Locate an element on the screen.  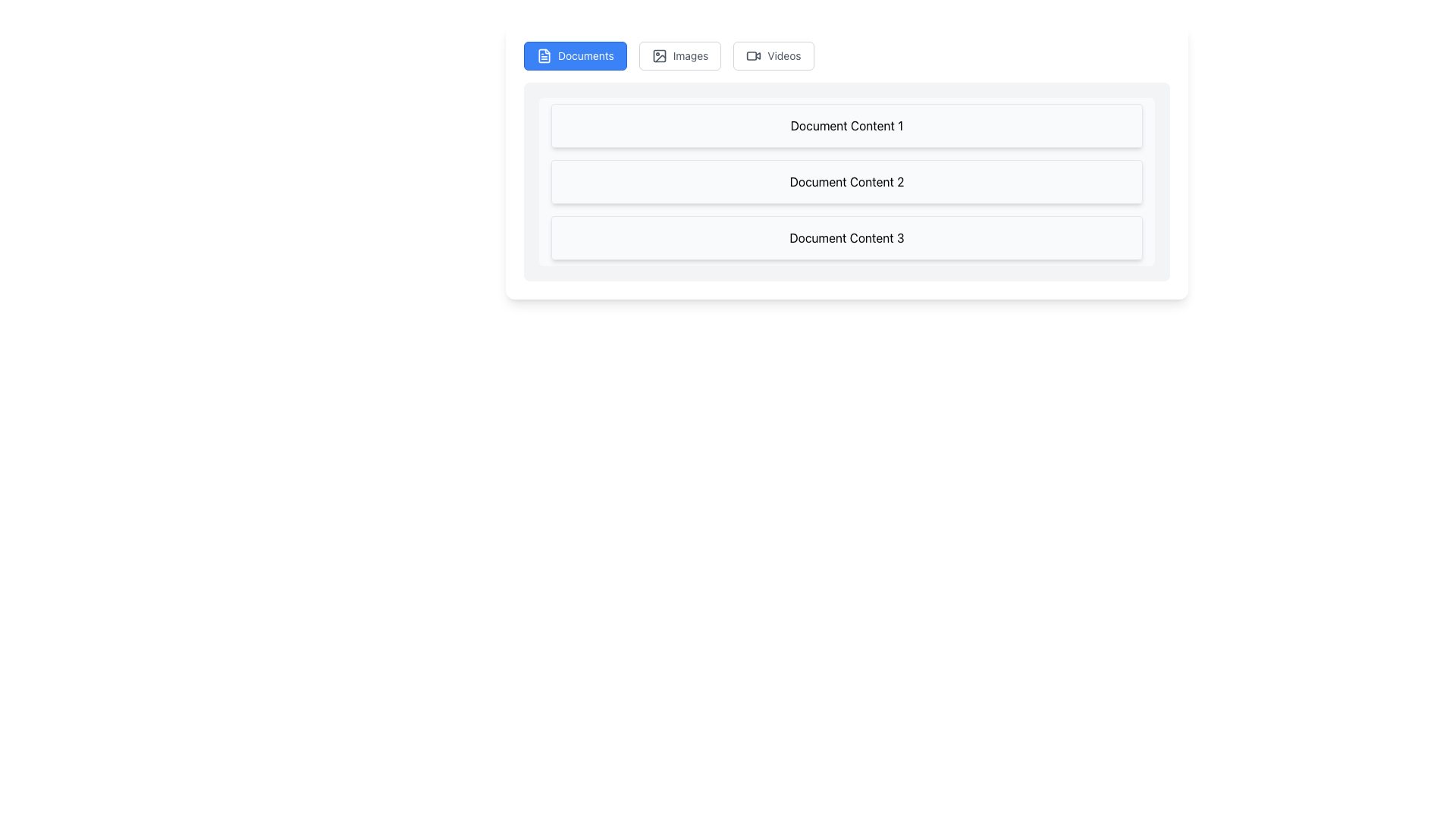
the rectangle with rounded corners that forms part of the video icon located under the 'Videos' tab in the navigation section is located at coordinates (752, 55).